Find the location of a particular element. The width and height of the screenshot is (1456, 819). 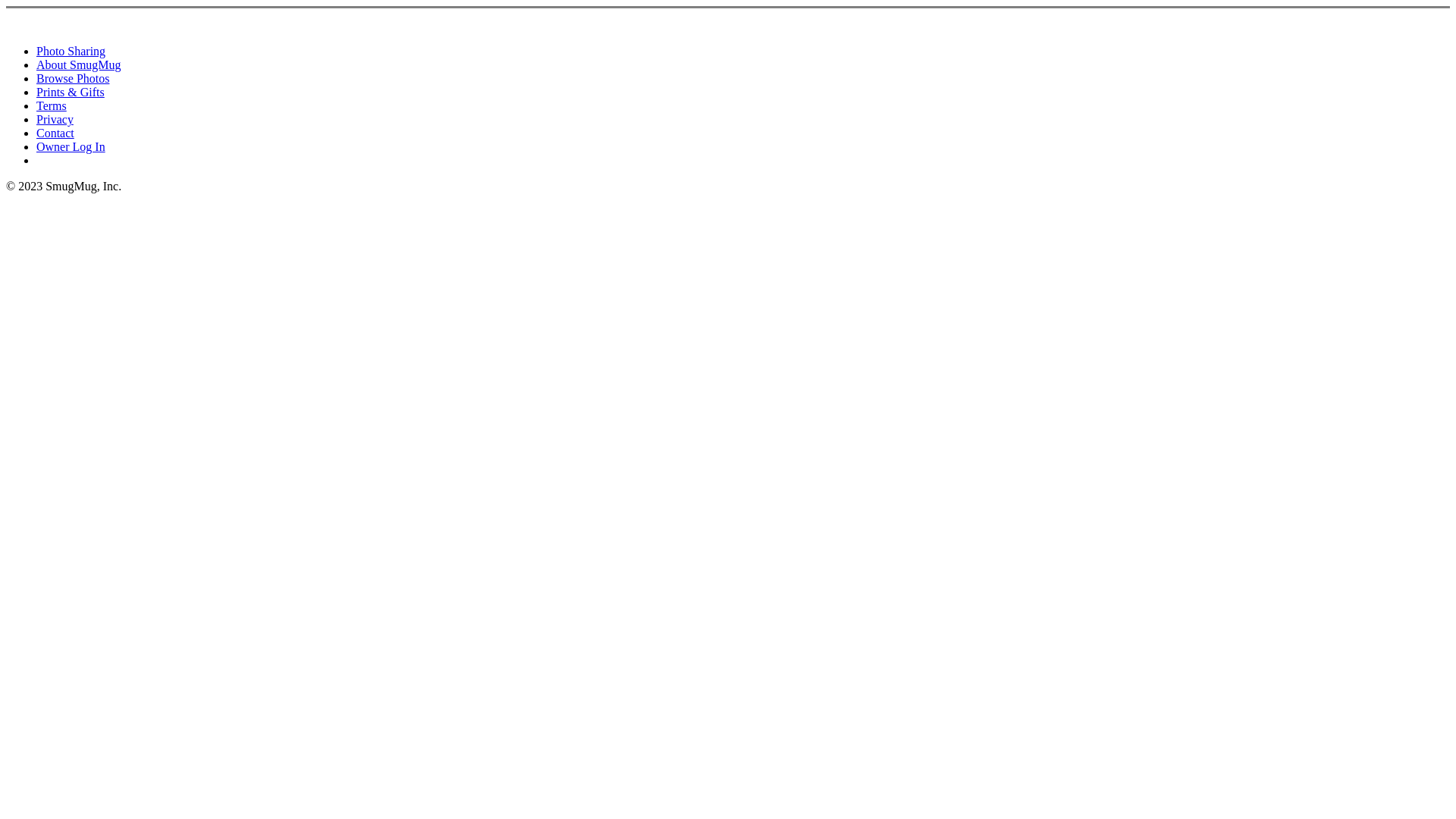

'About SmugMug' is located at coordinates (78, 64).